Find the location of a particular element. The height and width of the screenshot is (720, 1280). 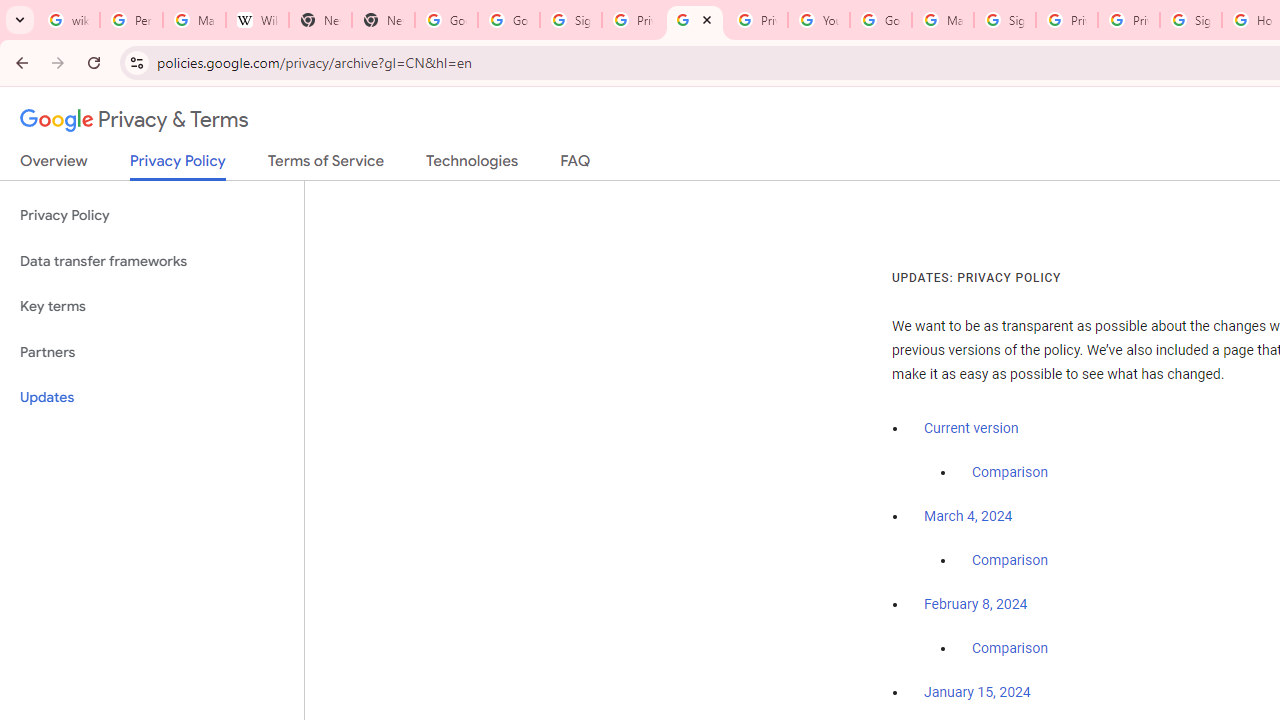

'YouTube' is located at coordinates (819, 20).